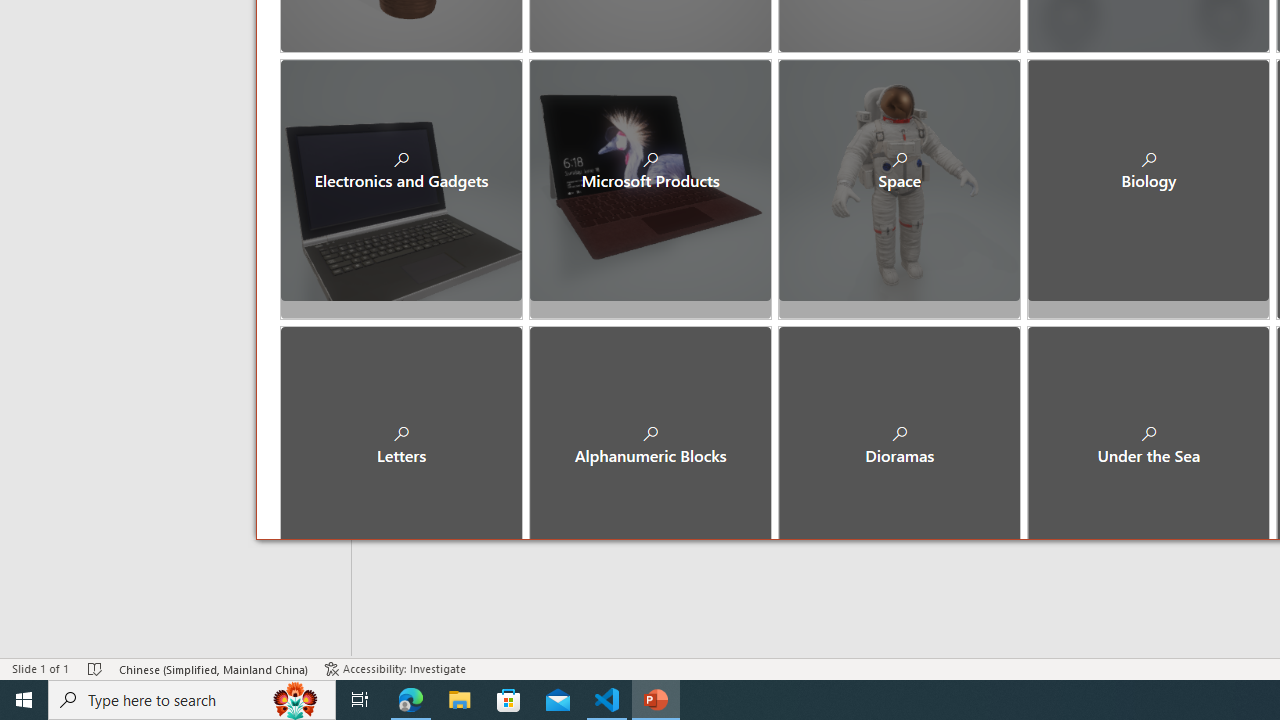  What do you see at coordinates (1148, 180) in the screenshot?
I see `'Biology'` at bounding box center [1148, 180].